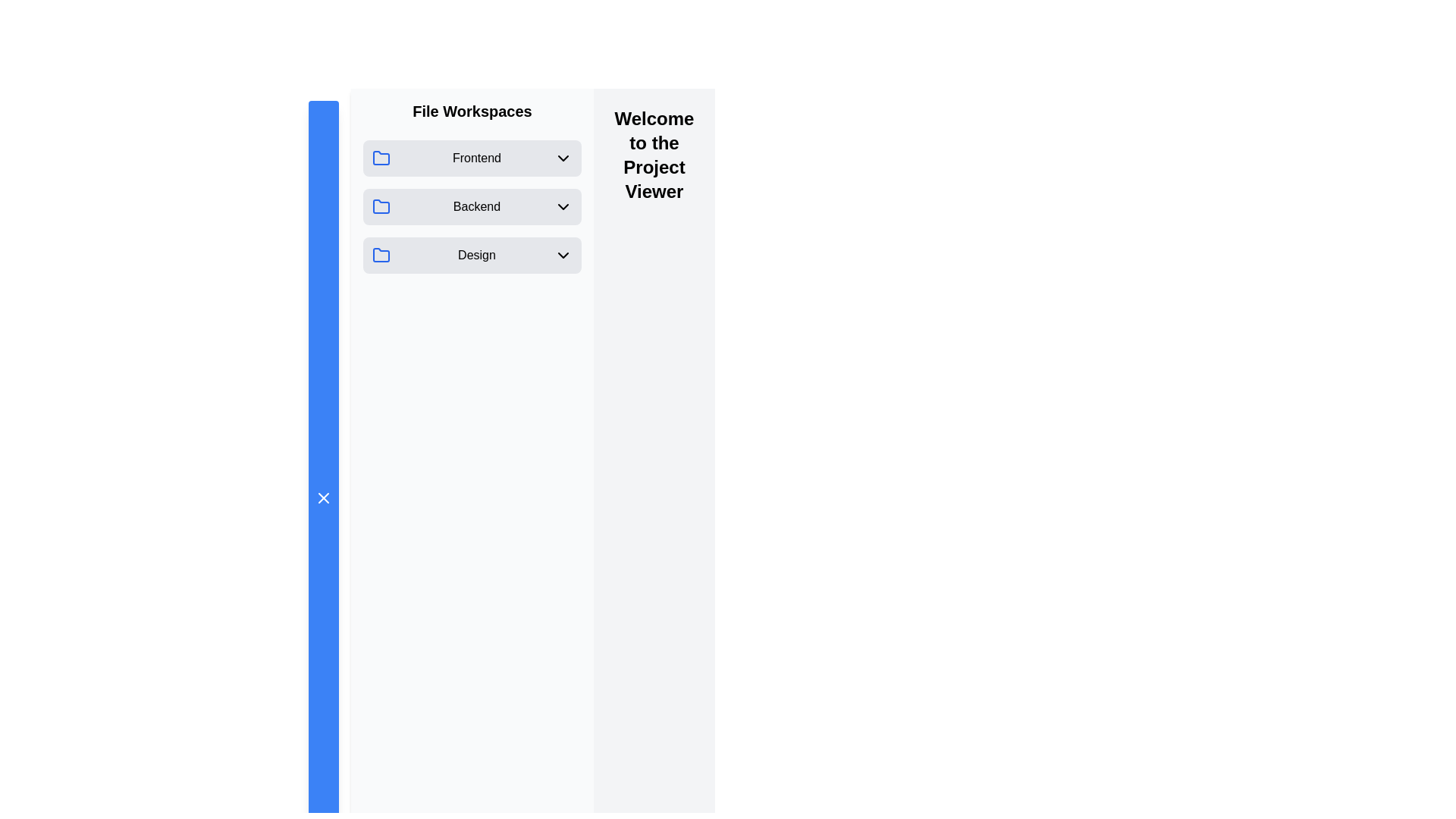  Describe the element at coordinates (563, 254) in the screenshot. I see `the Dropdown indicator icon located at the rightmost end of the 'Design' section` at that location.